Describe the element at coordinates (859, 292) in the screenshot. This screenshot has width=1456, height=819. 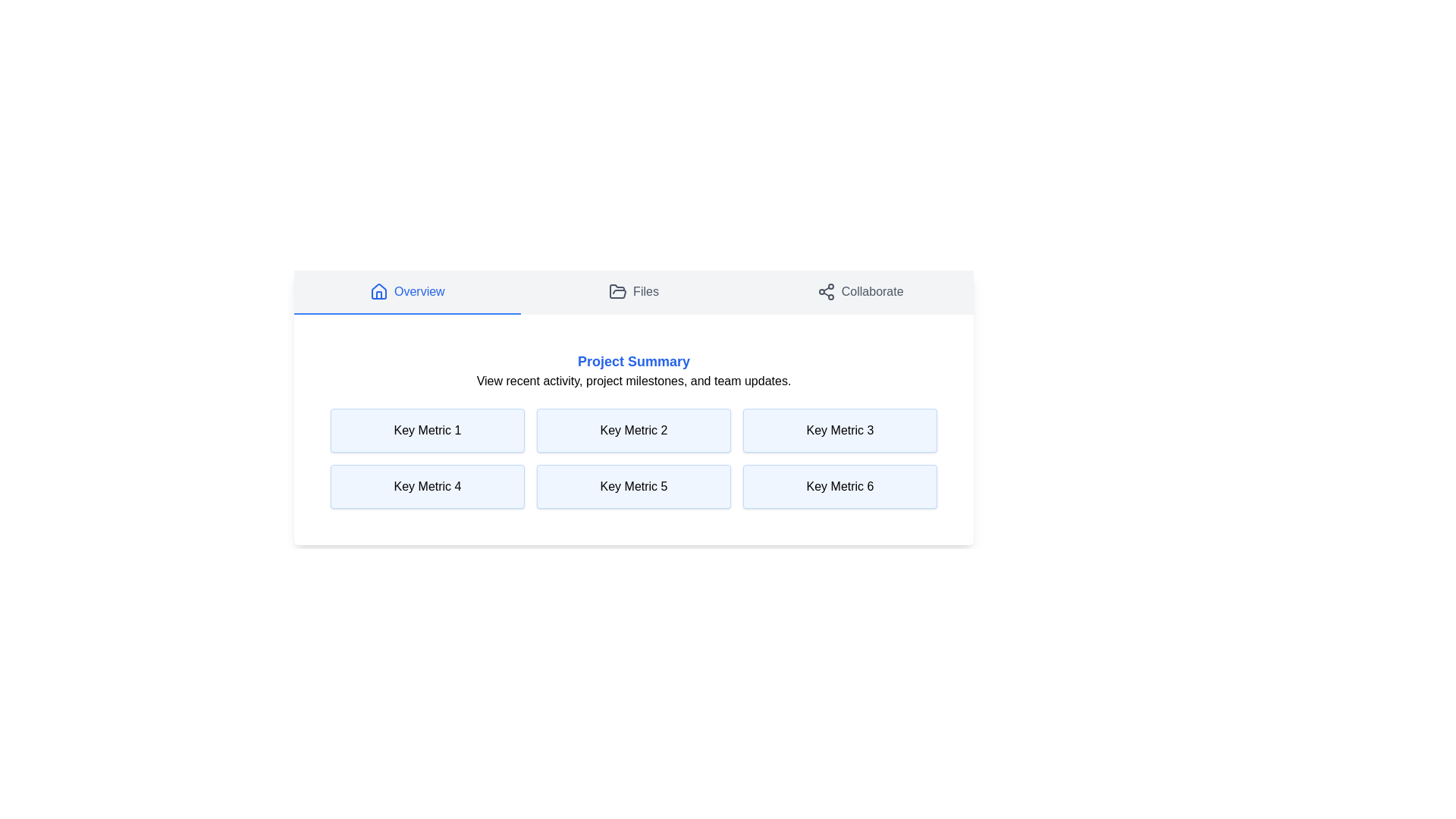
I see `the 'Collaborate' button located at the far right of the navigation bar` at that location.